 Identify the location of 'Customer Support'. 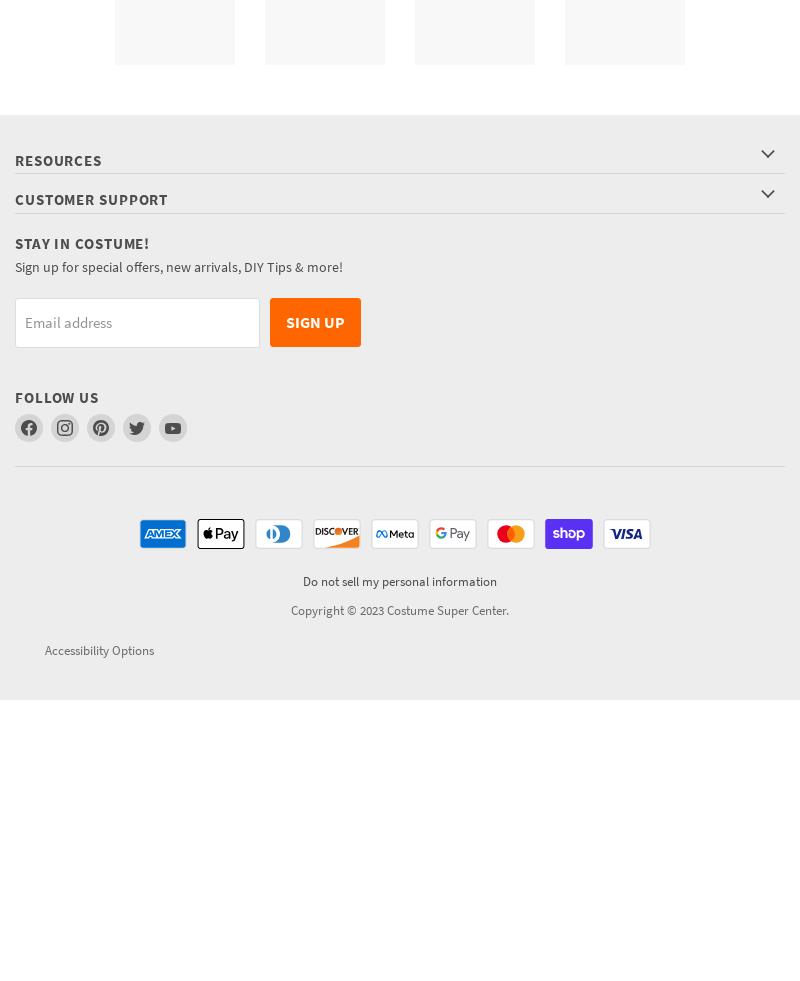
(91, 198).